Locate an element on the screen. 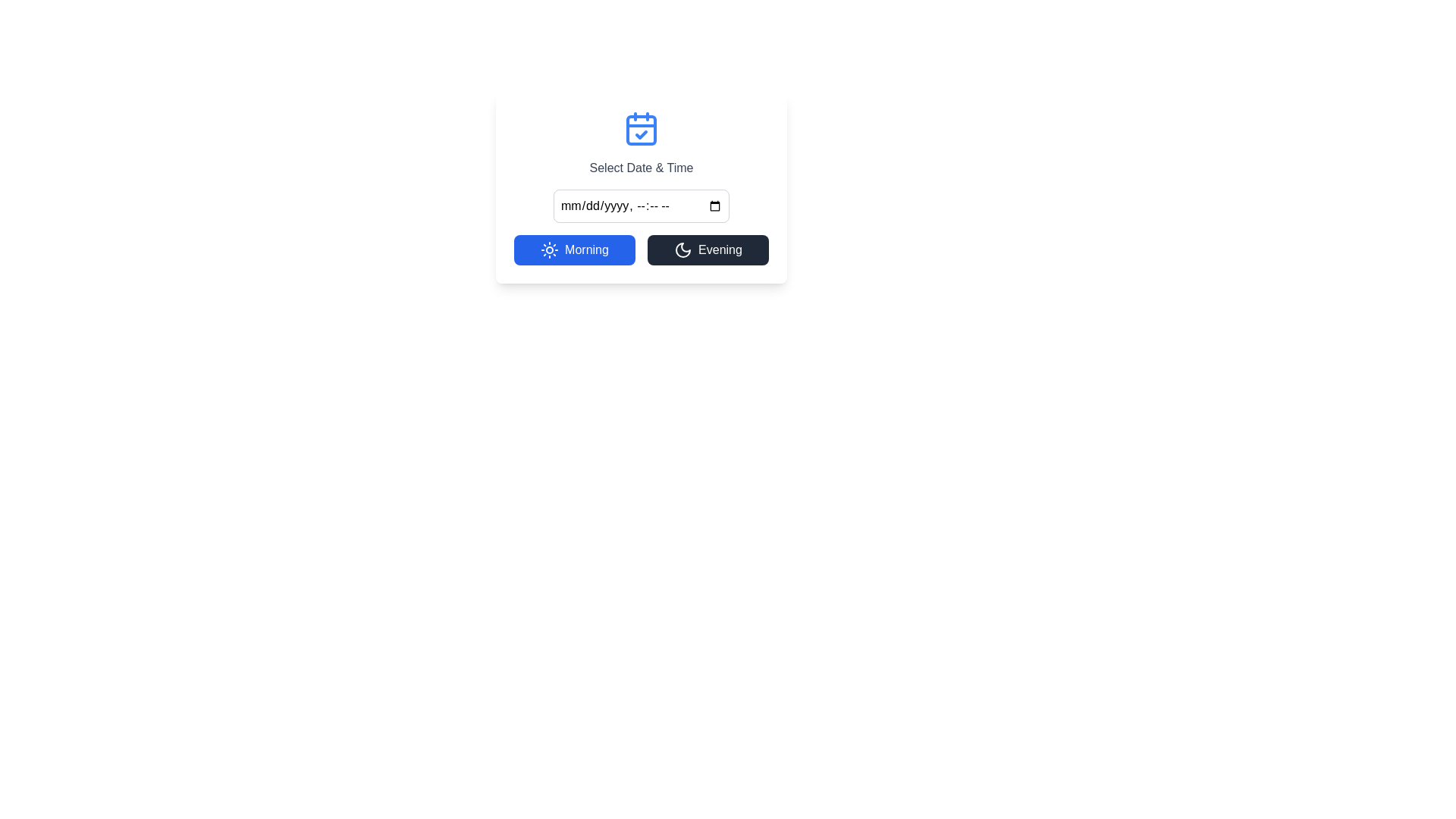 Image resolution: width=1456 pixels, height=819 pixels. the crescent moon-shaped icon within the 'Evening' button is located at coordinates (682, 249).